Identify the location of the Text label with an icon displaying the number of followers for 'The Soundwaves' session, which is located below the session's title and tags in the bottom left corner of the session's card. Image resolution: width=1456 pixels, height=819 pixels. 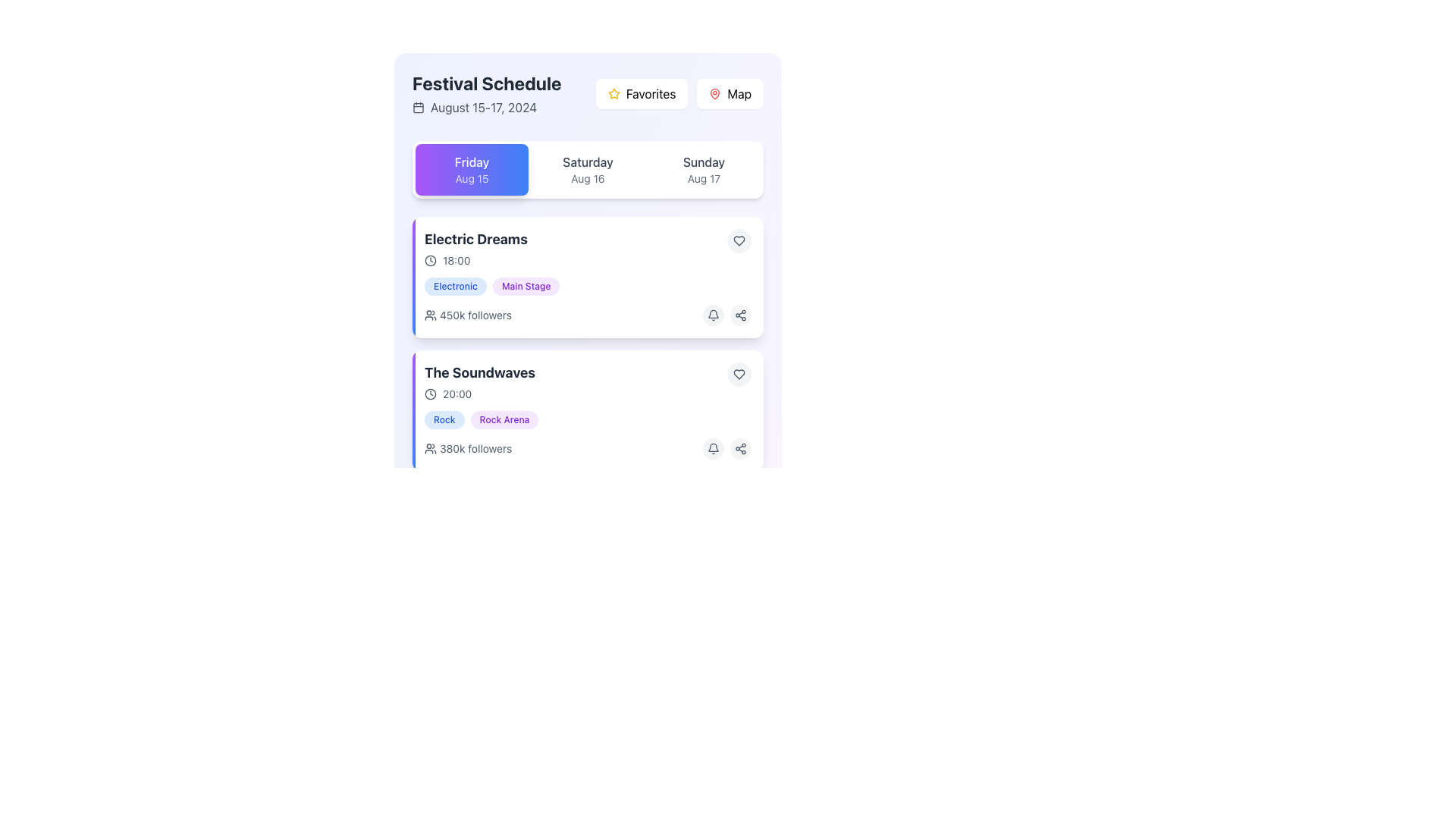
(467, 447).